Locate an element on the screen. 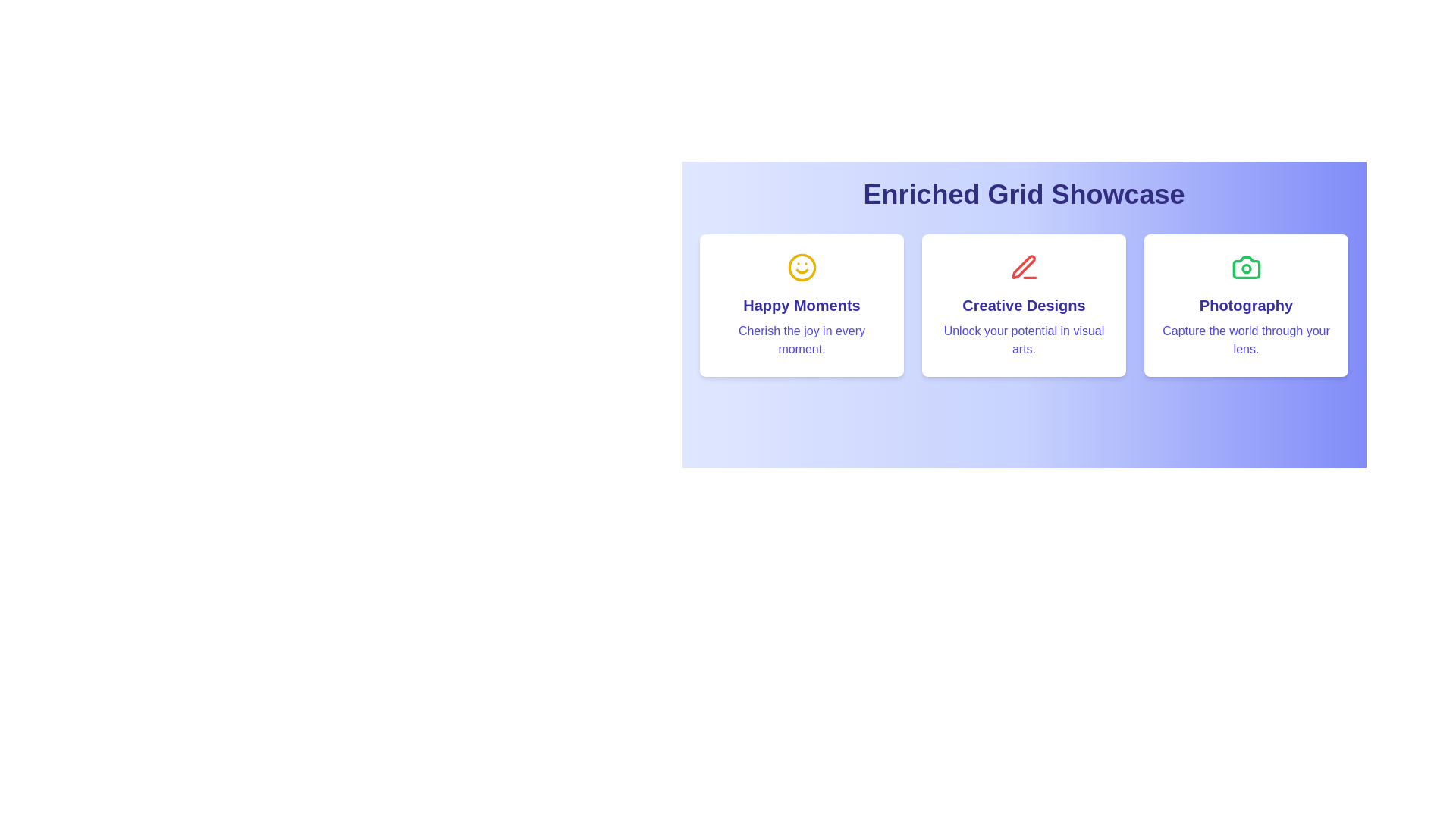  text label serving as the title for the 'Photography' section, which is located within the third card below a green camera icon and above descriptive text is located at coordinates (1246, 305).